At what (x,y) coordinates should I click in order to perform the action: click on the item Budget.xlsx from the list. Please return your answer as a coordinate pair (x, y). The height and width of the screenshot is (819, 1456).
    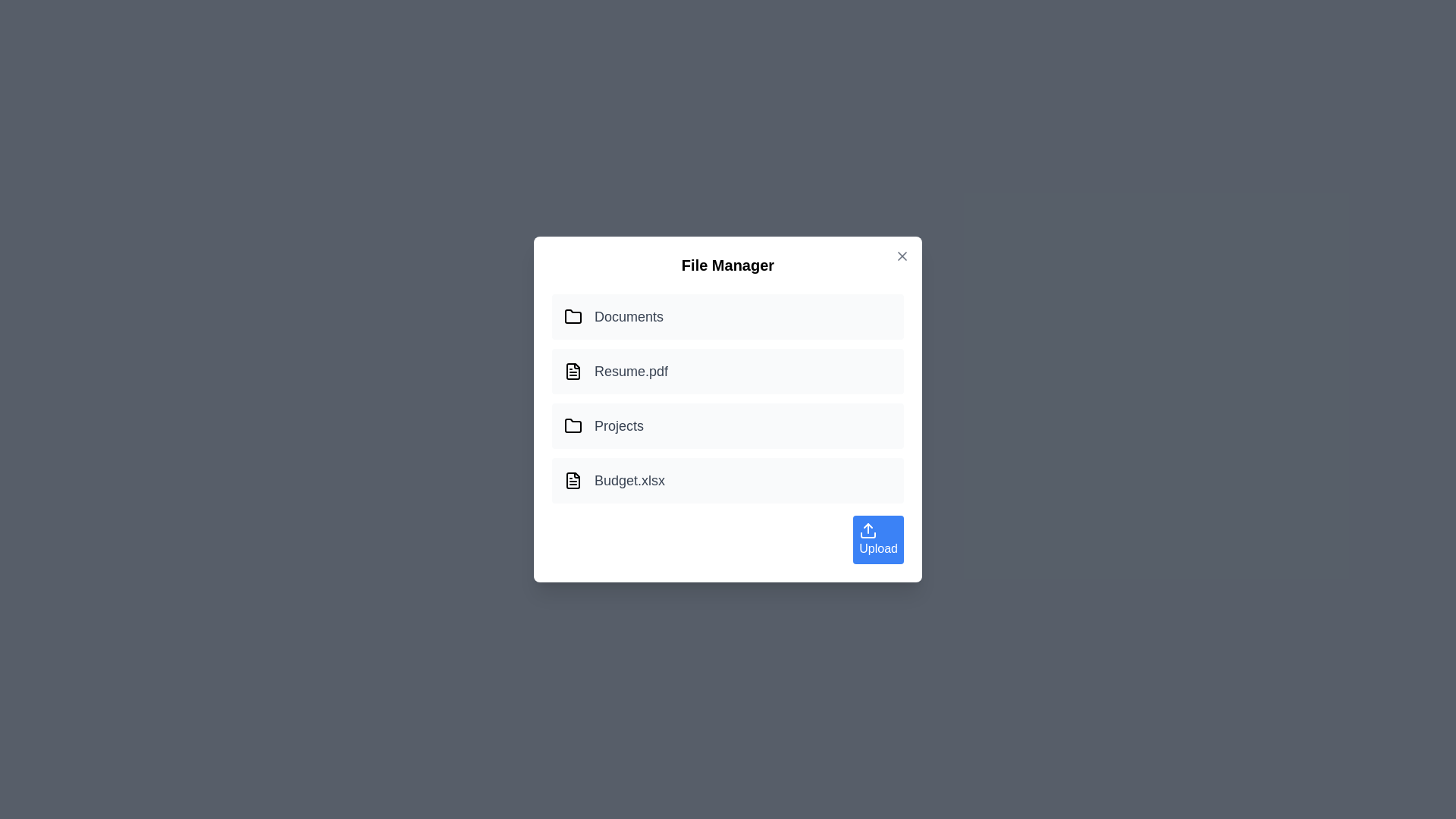
    Looking at the image, I should click on (728, 480).